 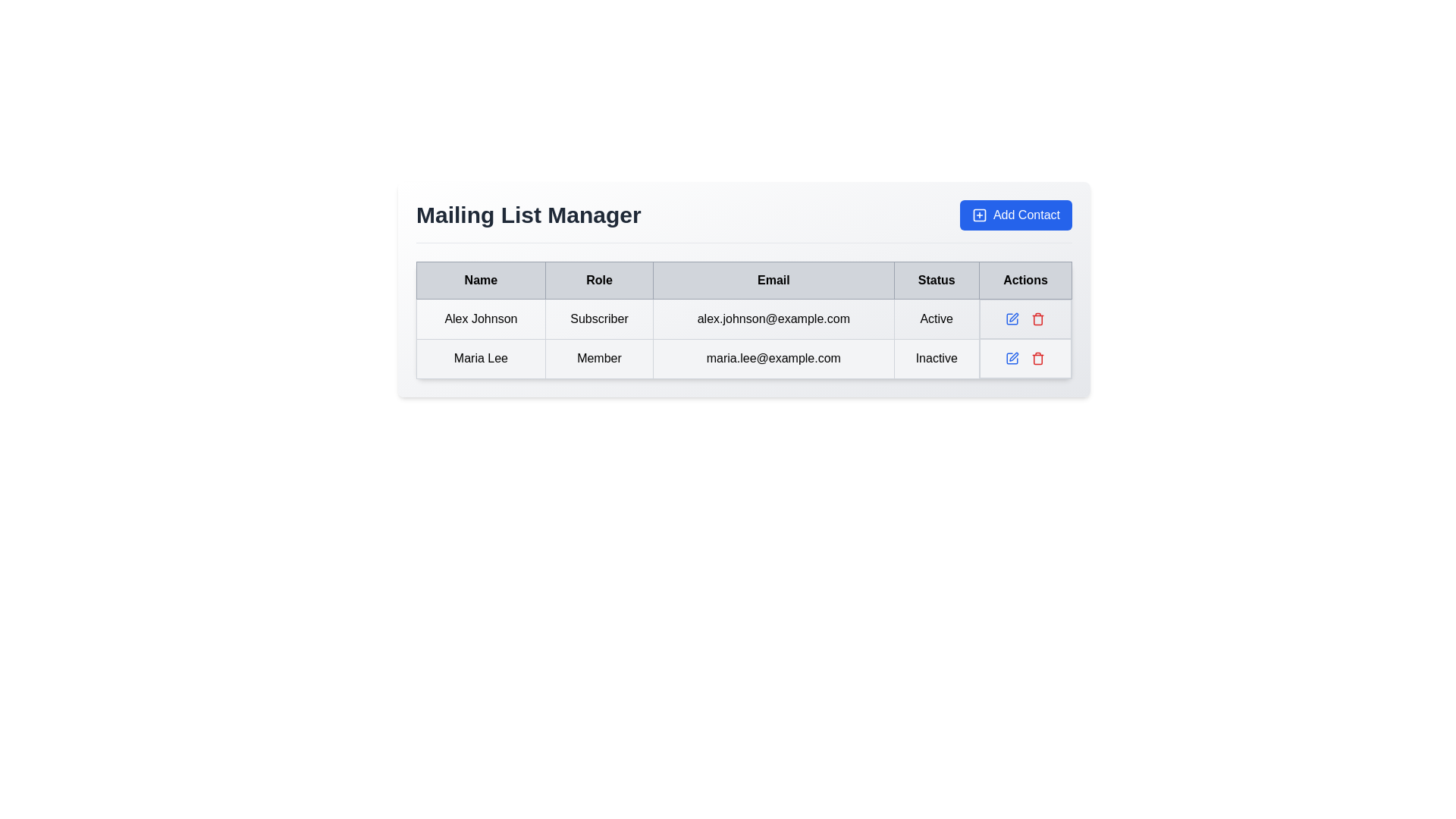 What do you see at coordinates (480, 281) in the screenshot?
I see `the 'Name' column header cell in the Mailing List Manager table, which identifies the context for the names listed in the column below` at bounding box center [480, 281].